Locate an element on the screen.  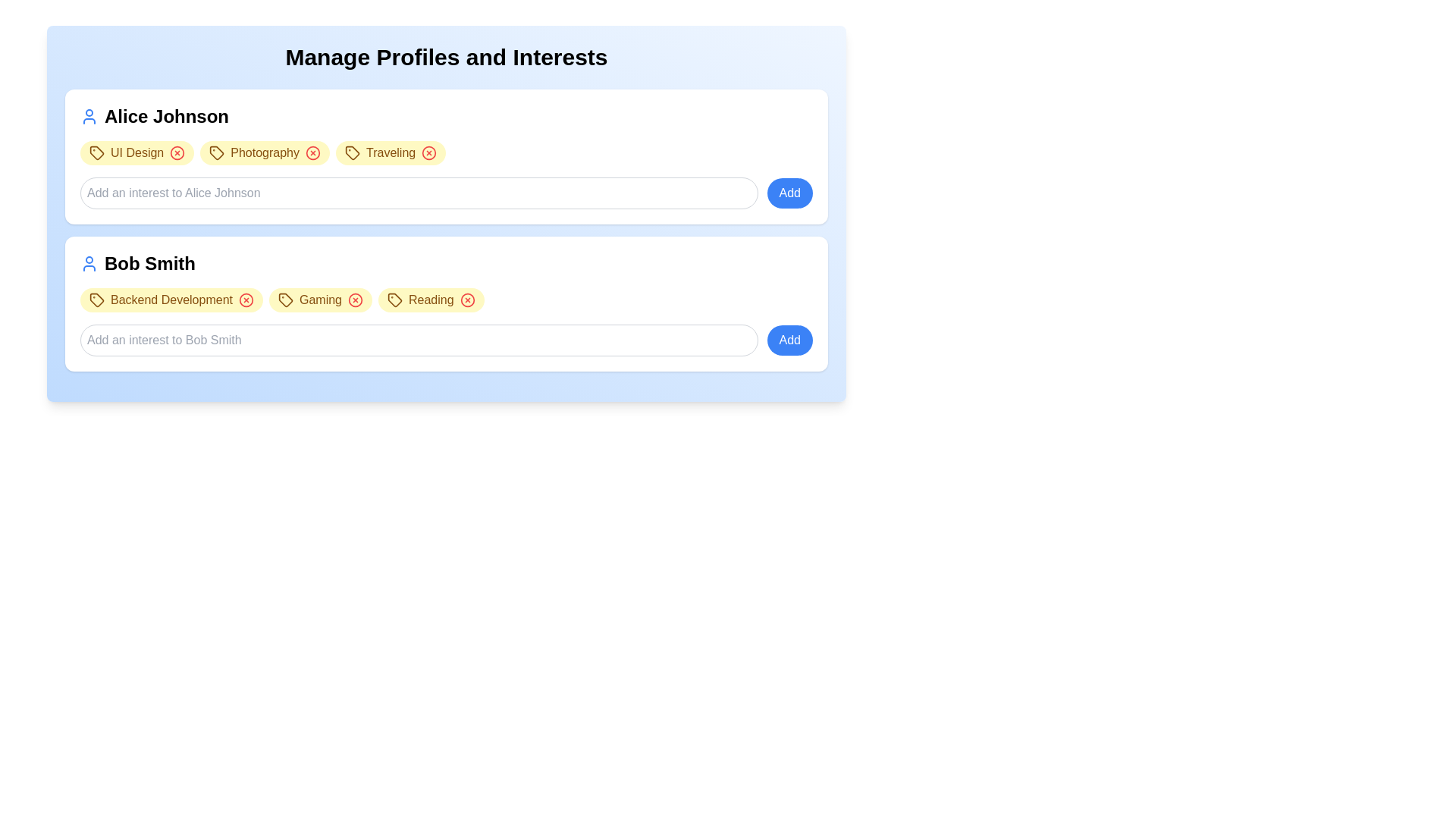
the presence of the tag icon styled with a pointed edge and line drawing style, located in the 'Backend Development' interest tag under the 'Bob Smith' profile section is located at coordinates (96, 300).